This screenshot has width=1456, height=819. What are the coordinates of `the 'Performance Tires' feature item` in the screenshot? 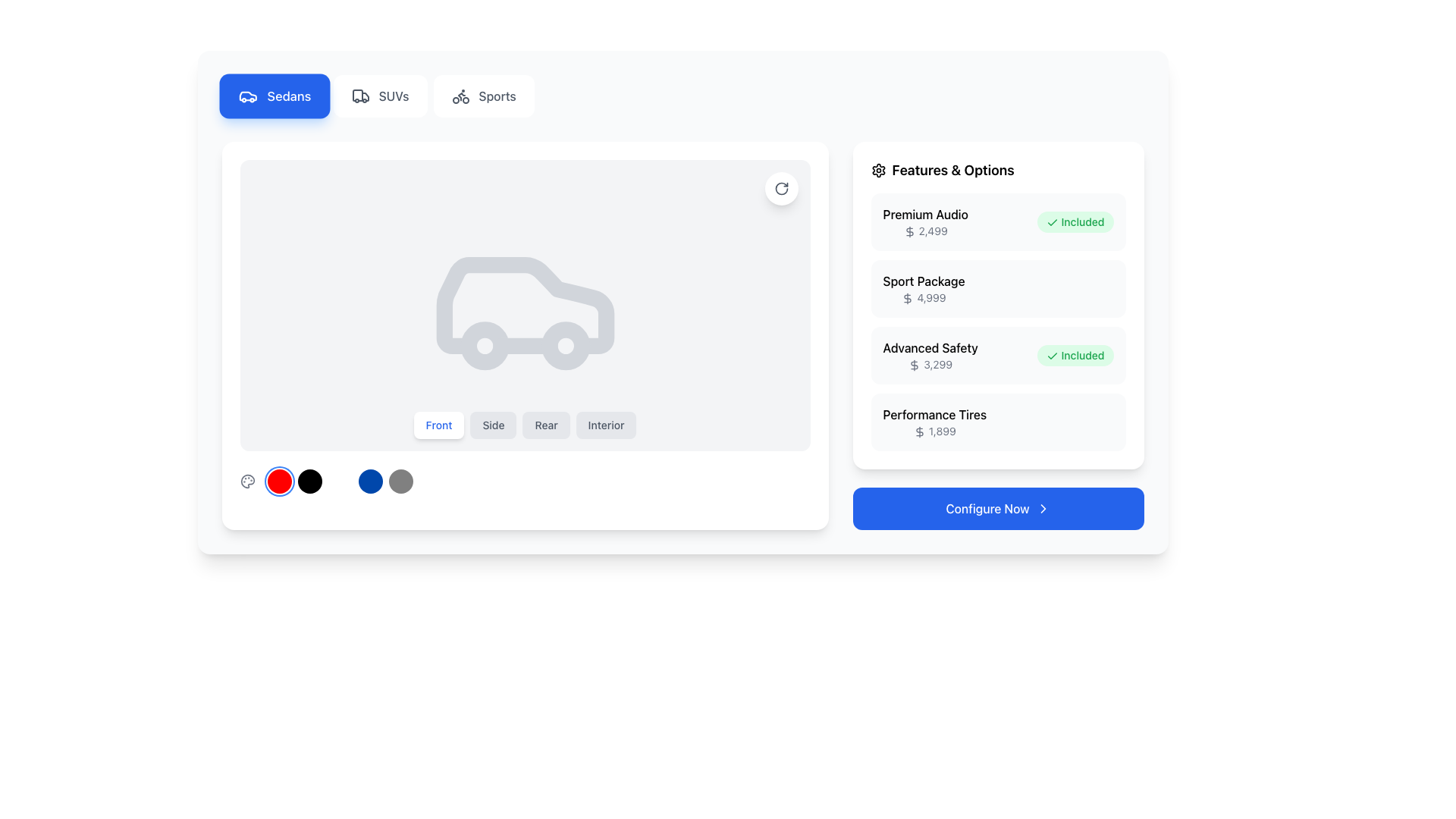 It's located at (998, 422).